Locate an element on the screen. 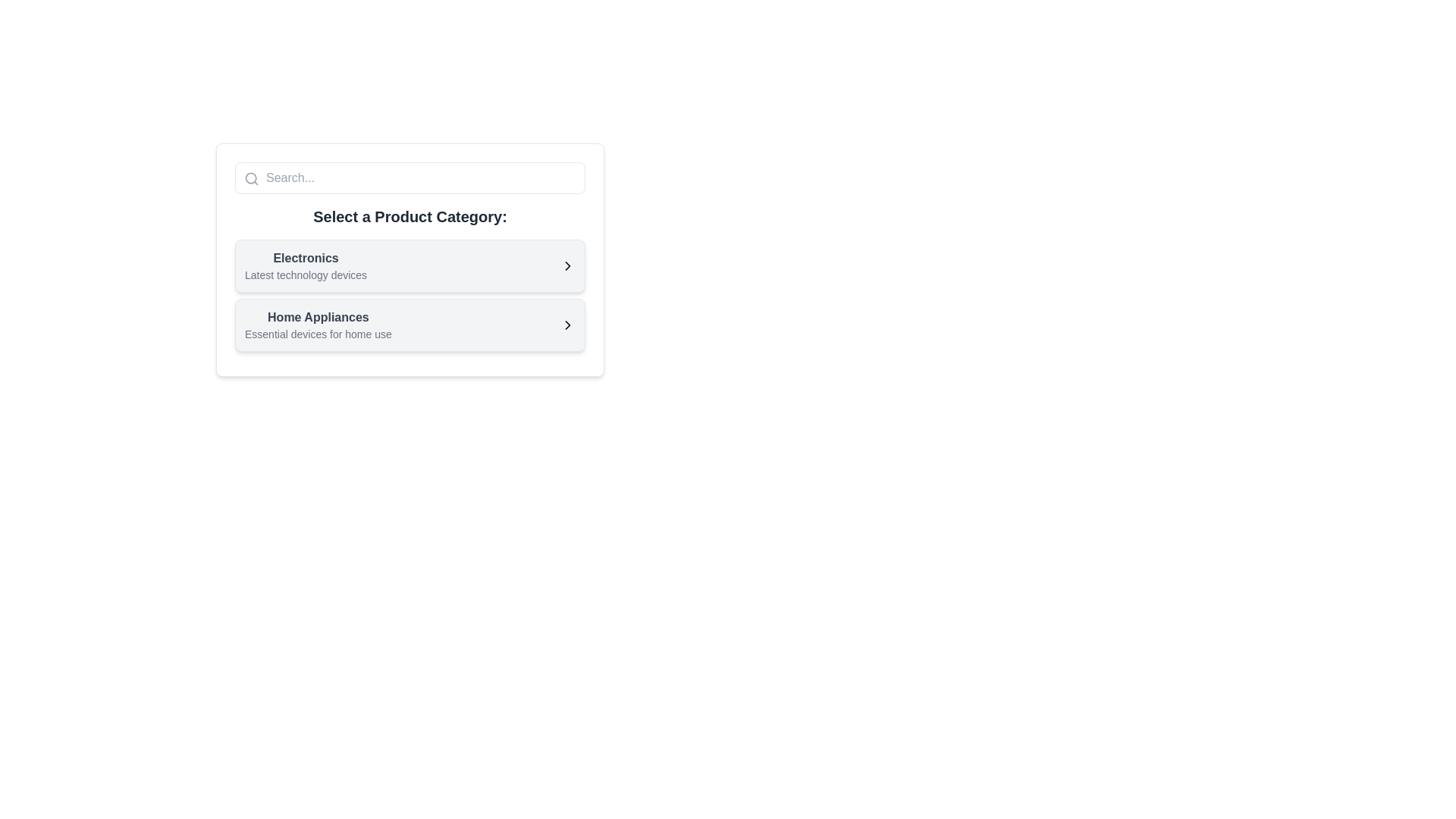 This screenshot has height=819, width=1456. the right-facing black Chevron Icon located on the far right side of the 'Electronics' item block is located at coordinates (566, 265).